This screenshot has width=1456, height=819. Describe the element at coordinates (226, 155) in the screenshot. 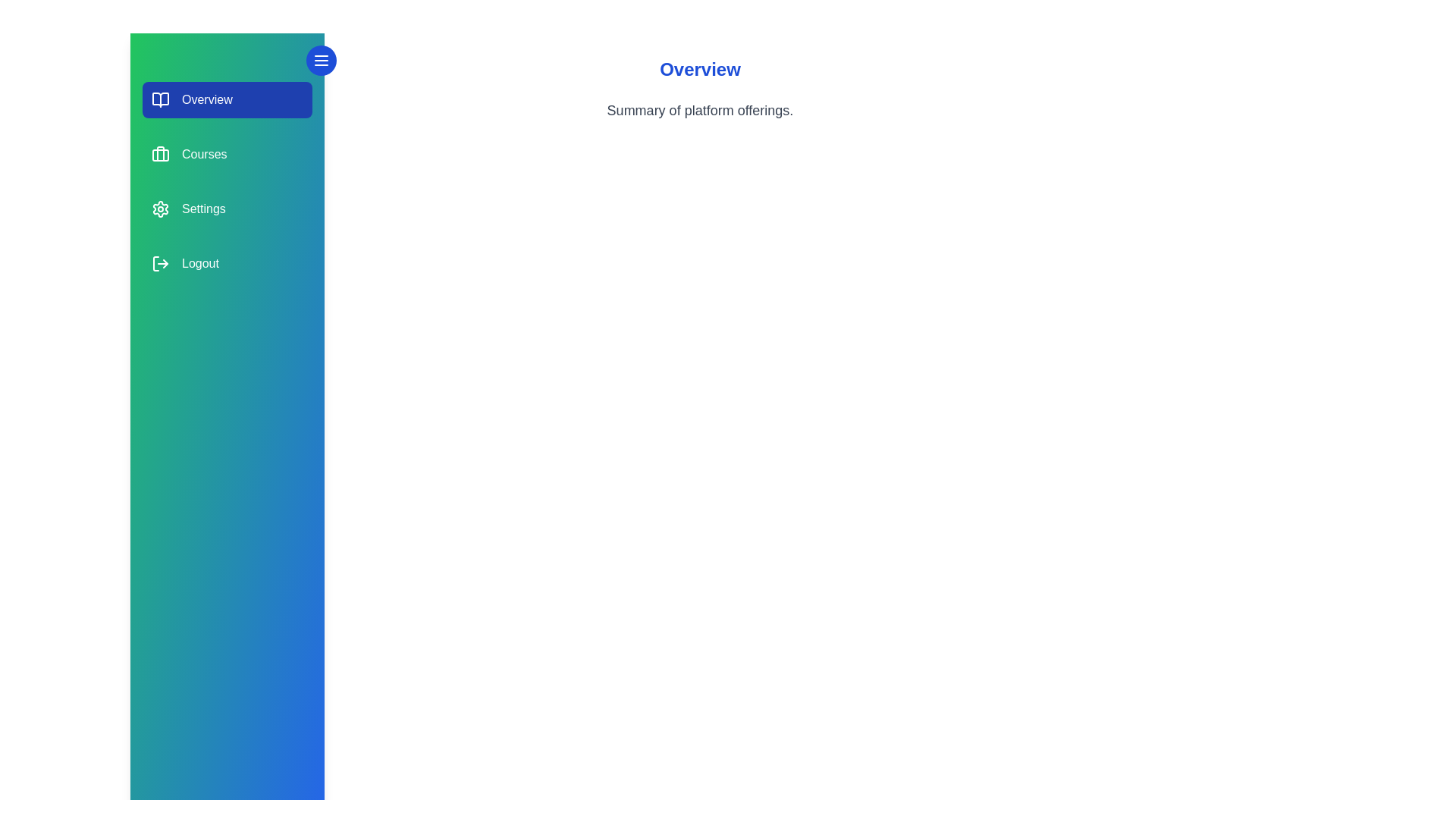

I see `the section labeled Courses to select it` at that location.